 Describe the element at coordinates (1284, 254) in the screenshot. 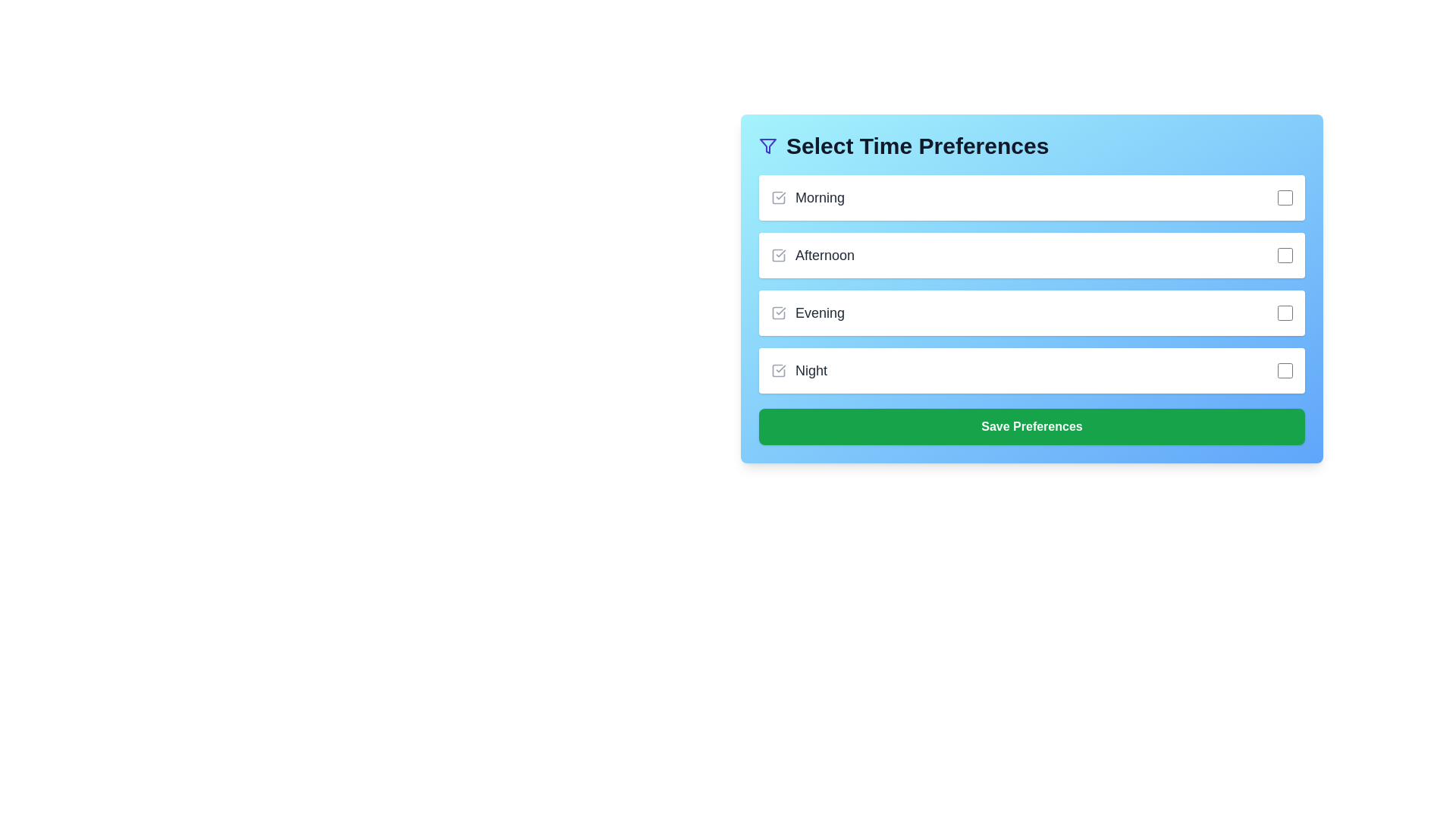

I see `the checkbox located at the far right edge of the row labeled 'Afternoon'` at that location.